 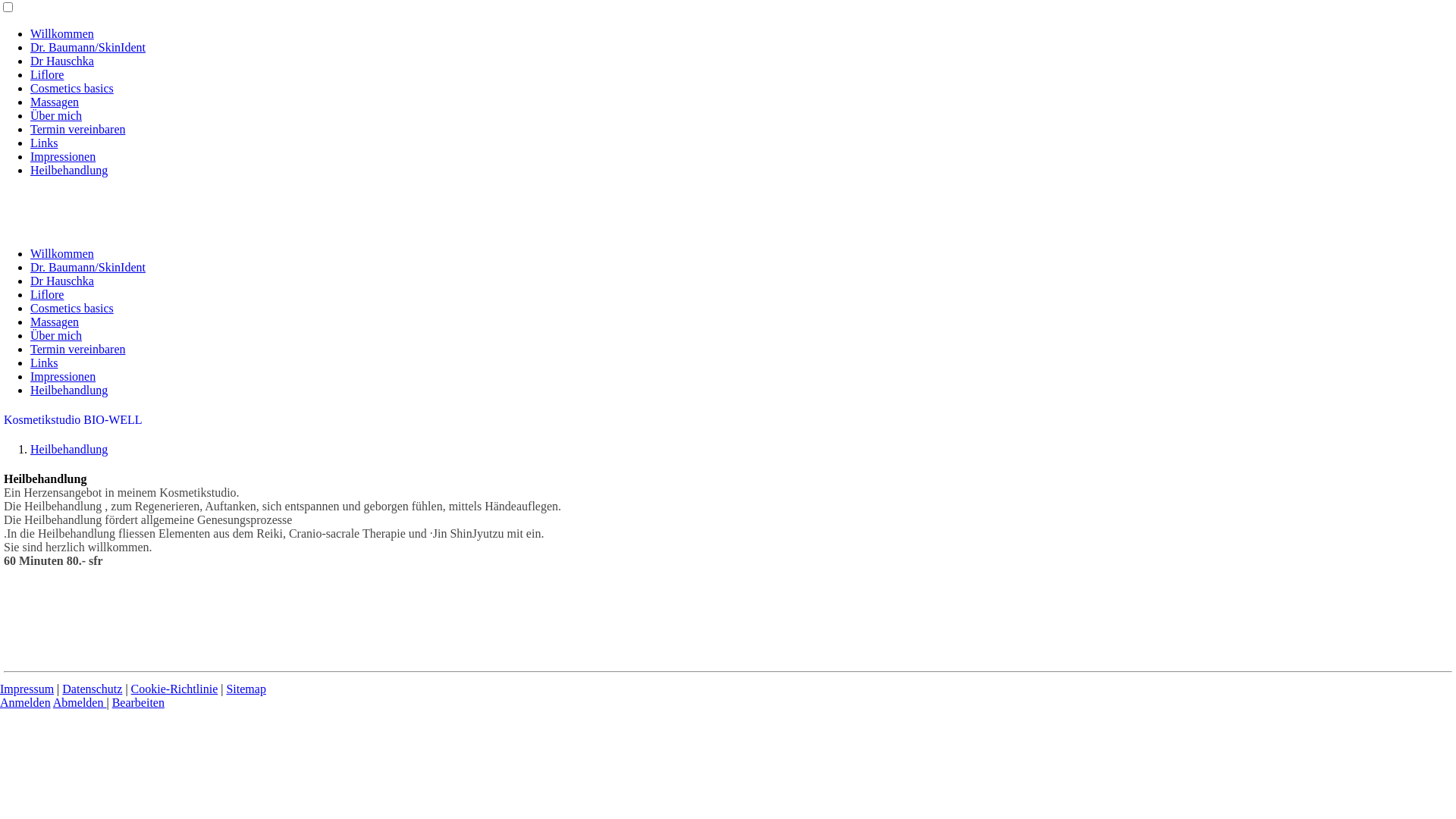 I want to click on 'Bearbeiten', so click(x=138, y=702).